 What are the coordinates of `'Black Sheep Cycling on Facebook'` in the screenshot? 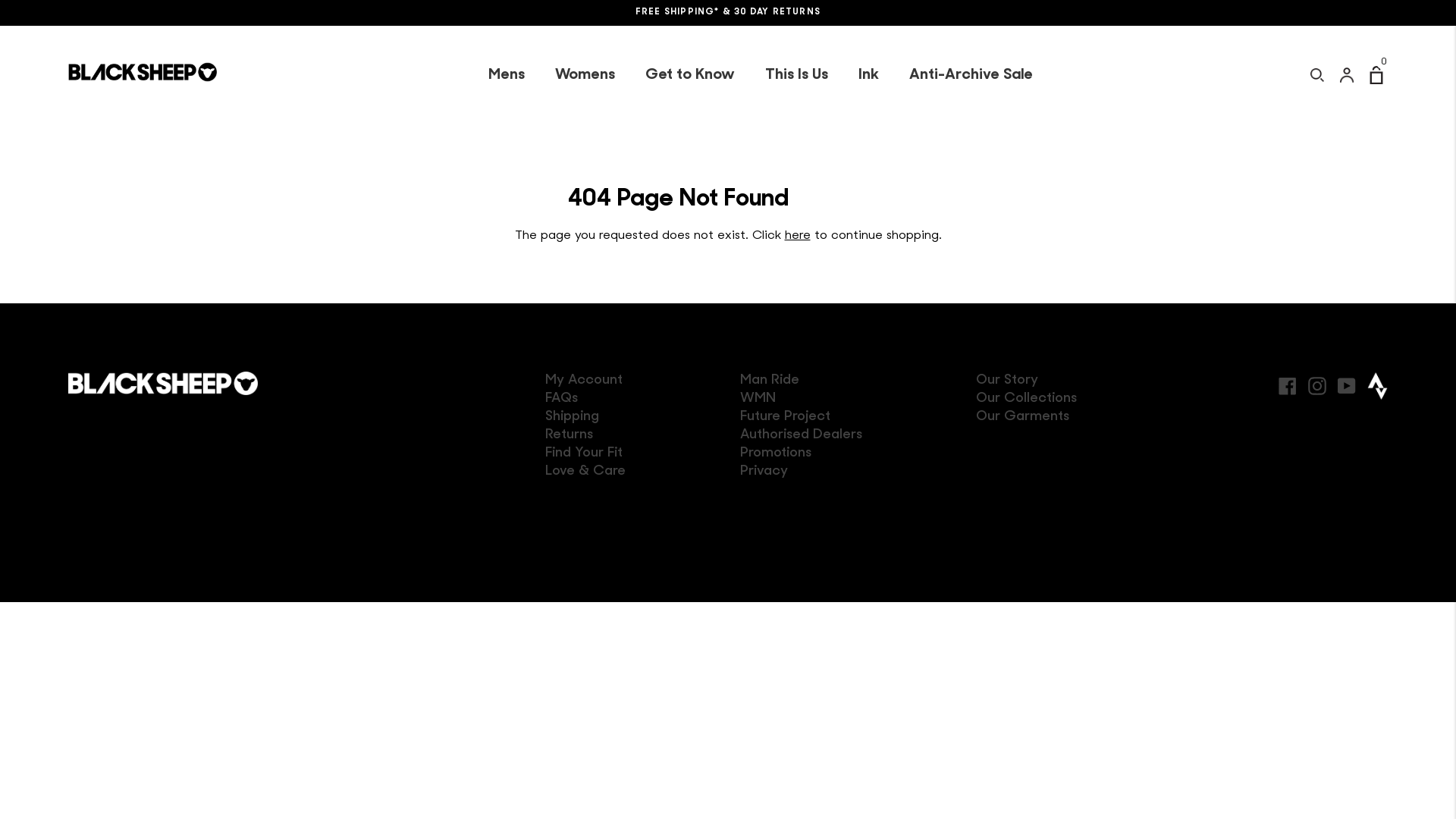 It's located at (1287, 383).